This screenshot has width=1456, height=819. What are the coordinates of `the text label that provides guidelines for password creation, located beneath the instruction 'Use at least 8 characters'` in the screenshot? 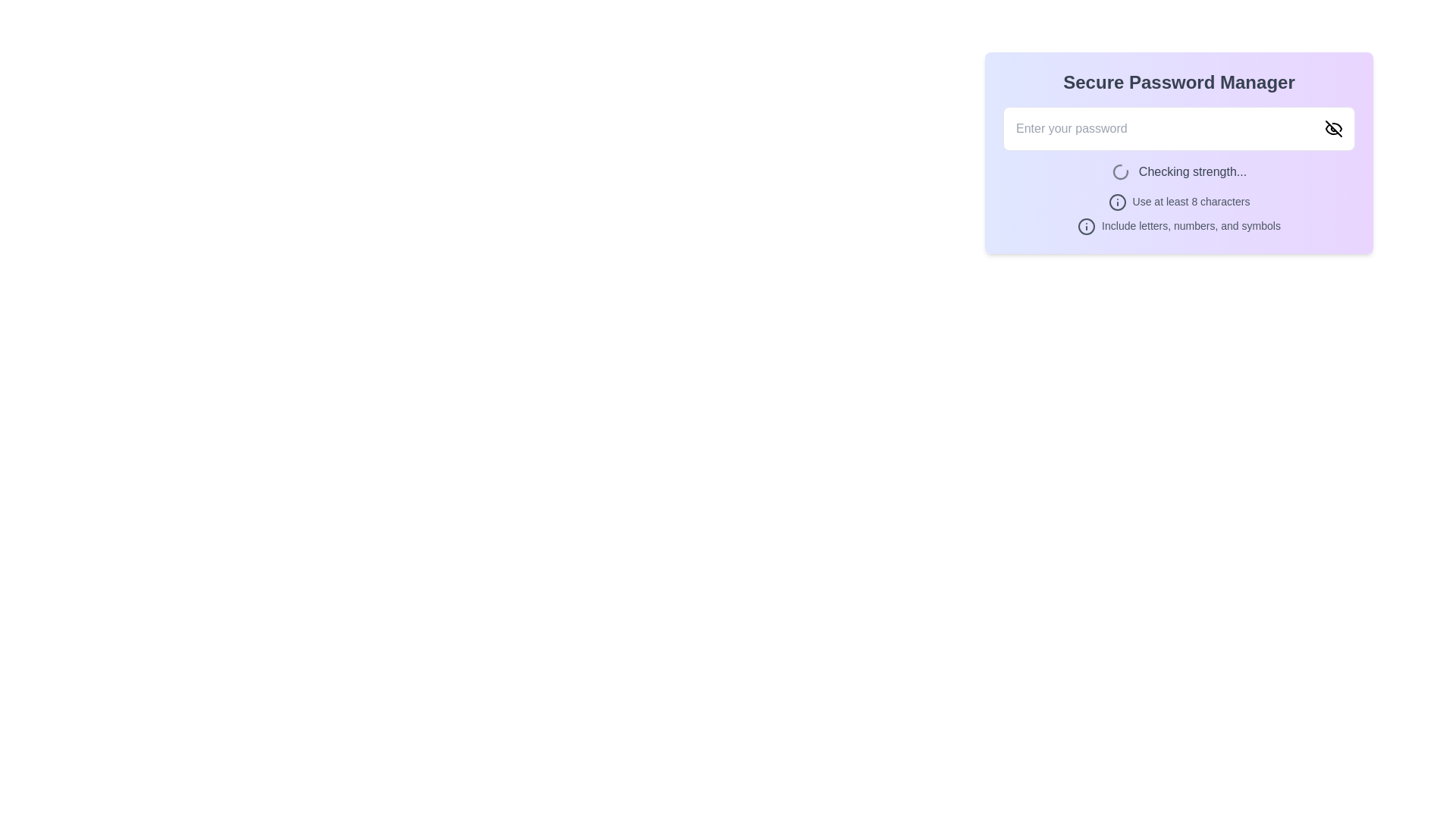 It's located at (1178, 227).